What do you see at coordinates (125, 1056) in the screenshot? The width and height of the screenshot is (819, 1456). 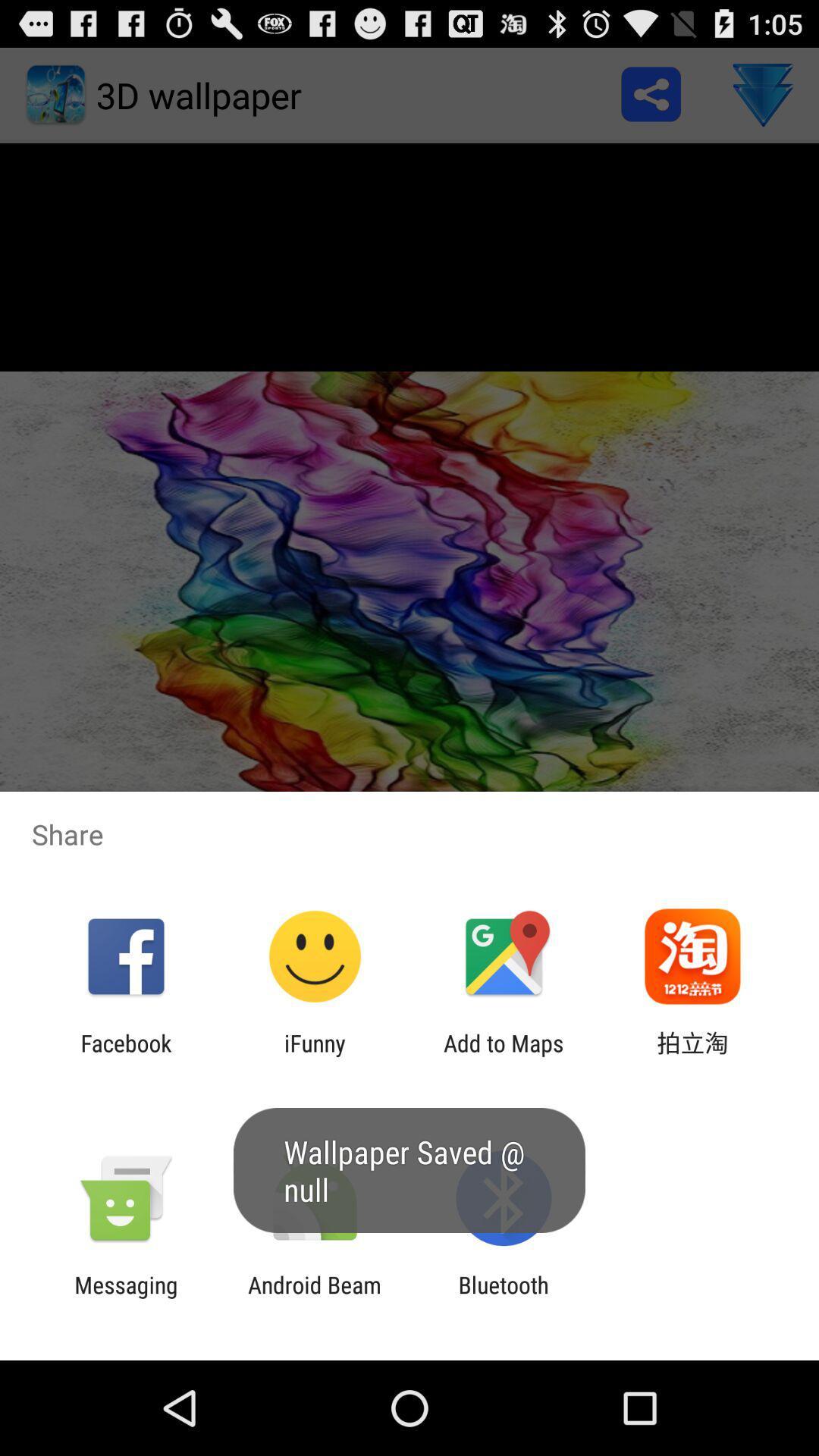 I see `the facebook icon` at bounding box center [125, 1056].